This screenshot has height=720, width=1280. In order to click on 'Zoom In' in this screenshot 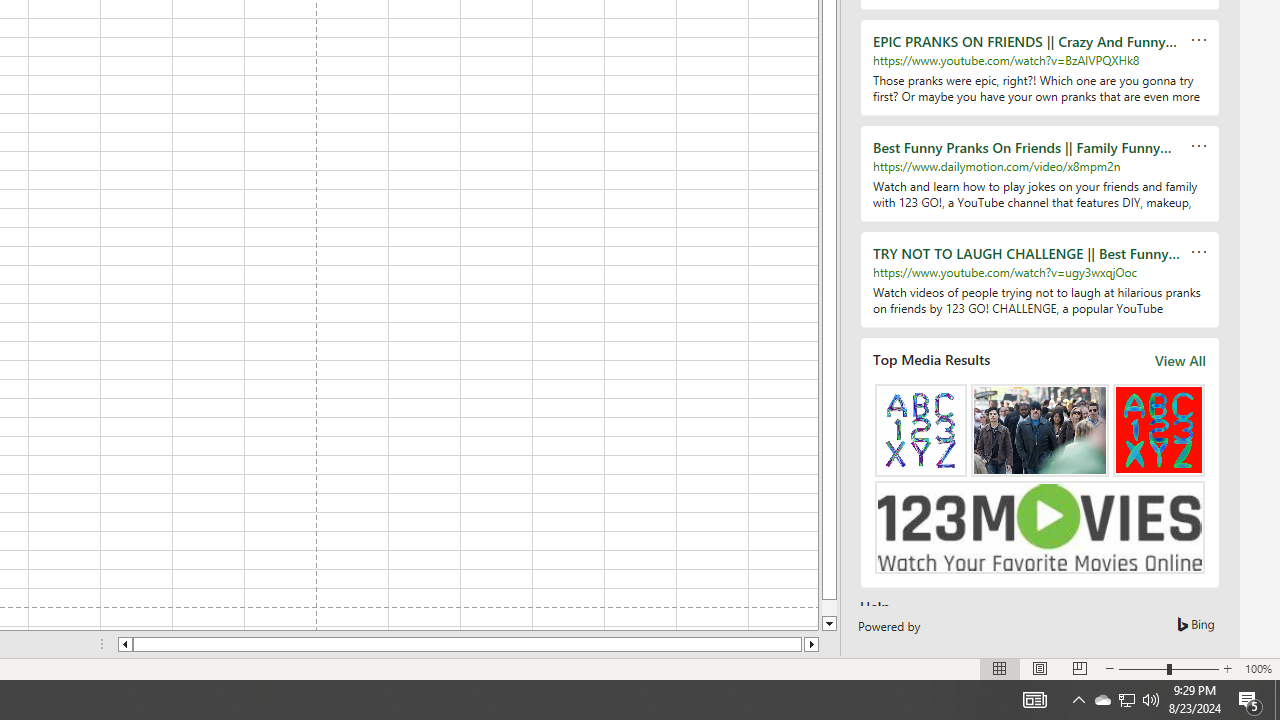, I will do `click(1226, 669)`.